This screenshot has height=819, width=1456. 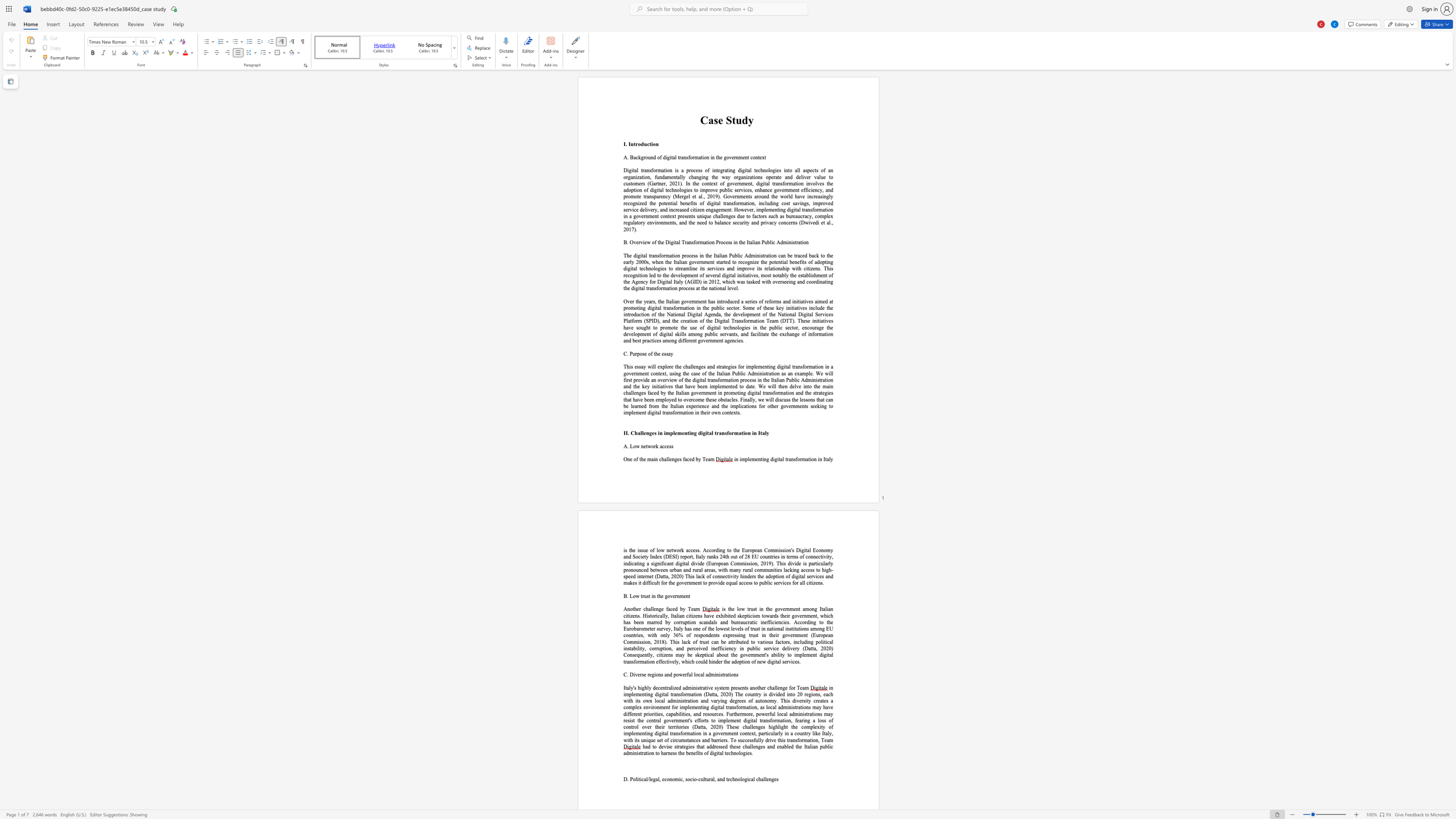 I want to click on the 2th character "e" in the text, so click(x=658, y=353).